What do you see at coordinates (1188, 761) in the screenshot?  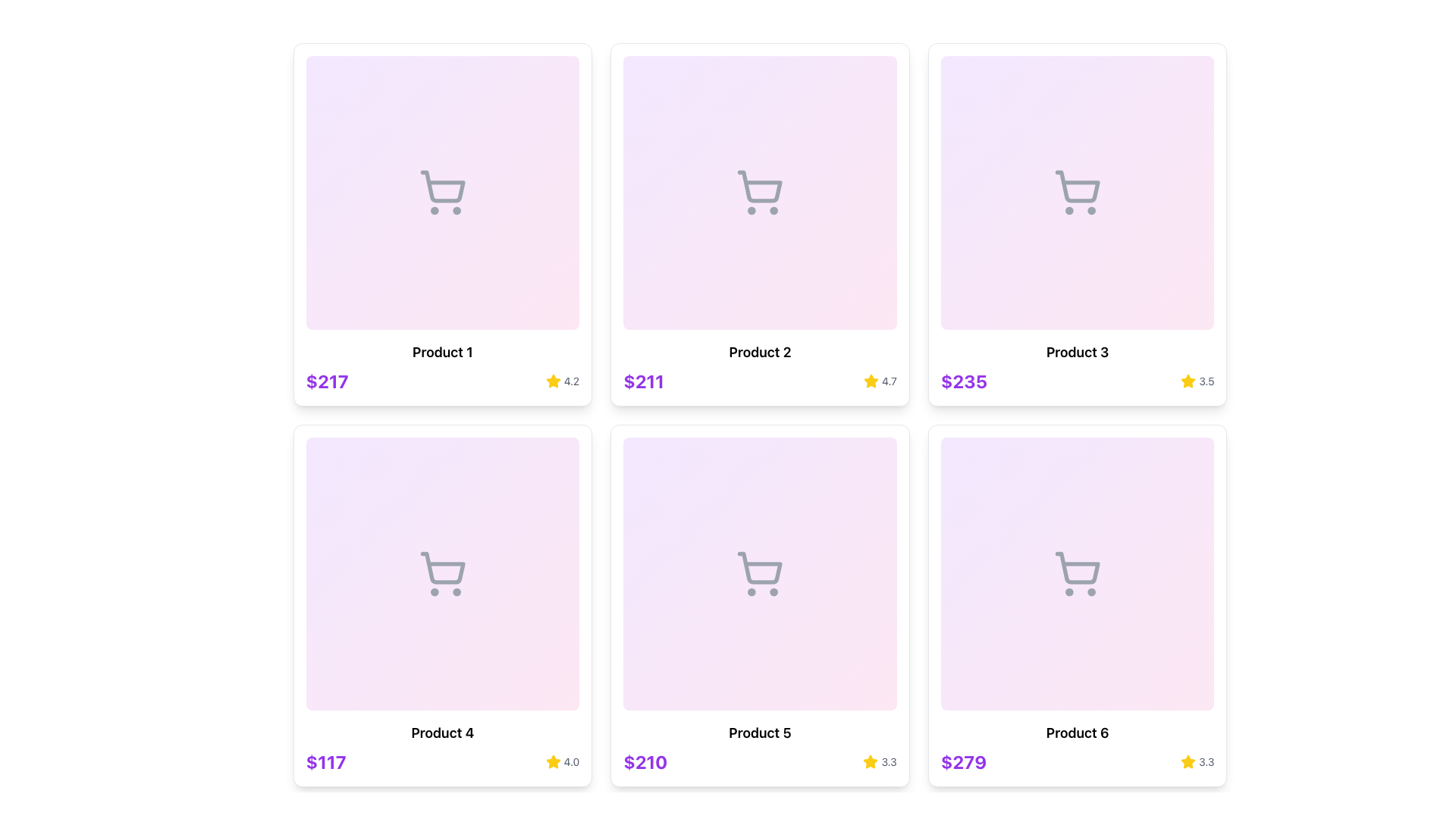 I see `the star-shaped icon with a yellow fill and outline located in the bottom-right corner of the card for 'Product 6', which is adjacent` at bounding box center [1188, 761].